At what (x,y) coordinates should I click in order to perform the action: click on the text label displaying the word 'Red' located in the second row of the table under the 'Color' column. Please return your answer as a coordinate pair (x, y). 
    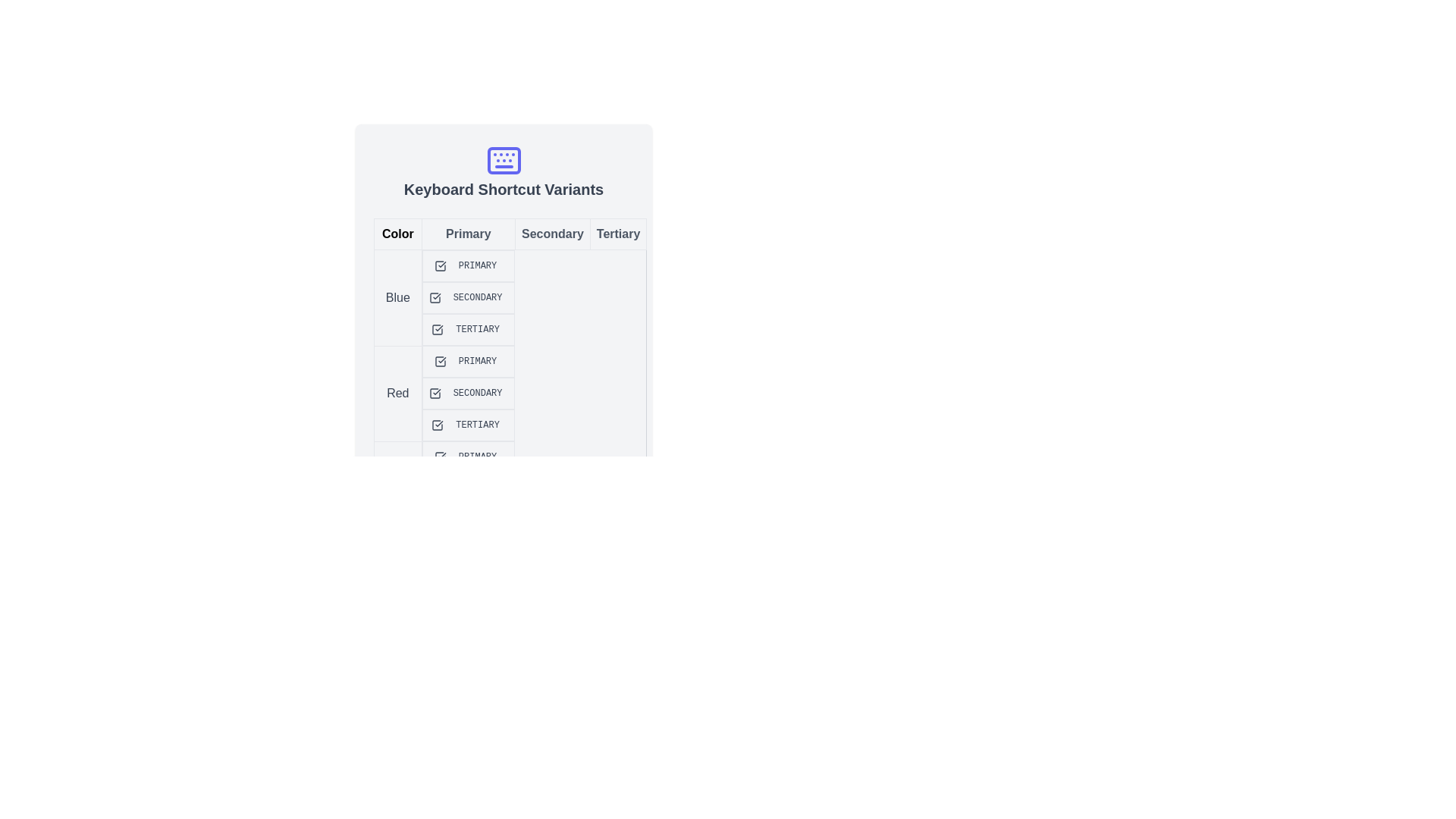
    Looking at the image, I should click on (397, 392).